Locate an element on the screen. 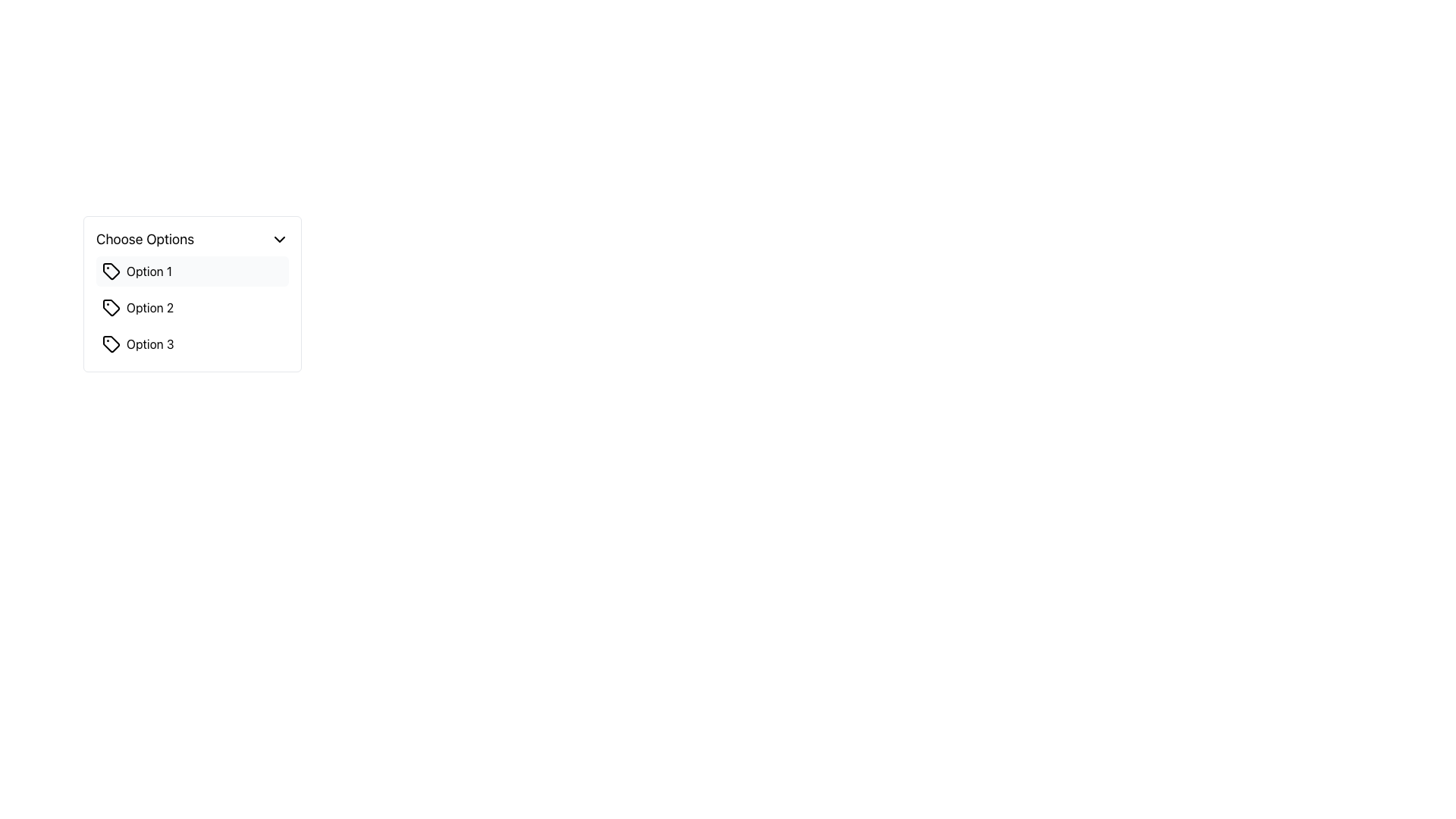  the text 'Option 3', which is the last selectable option in the menu list is located at coordinates (150, 344).